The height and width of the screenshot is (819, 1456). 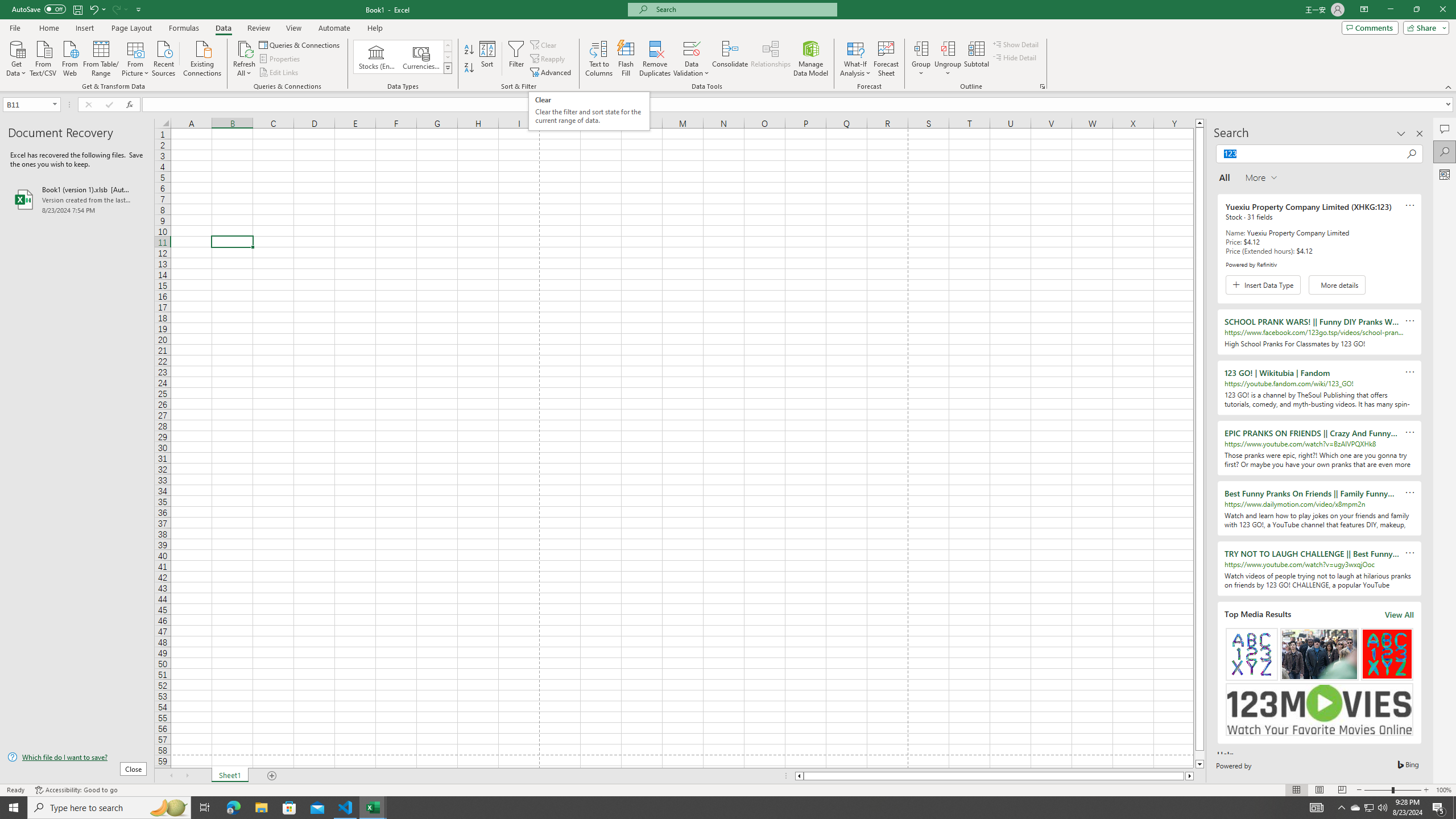 I want to click on 'Currencies (English)', so click(x=420, y=56).